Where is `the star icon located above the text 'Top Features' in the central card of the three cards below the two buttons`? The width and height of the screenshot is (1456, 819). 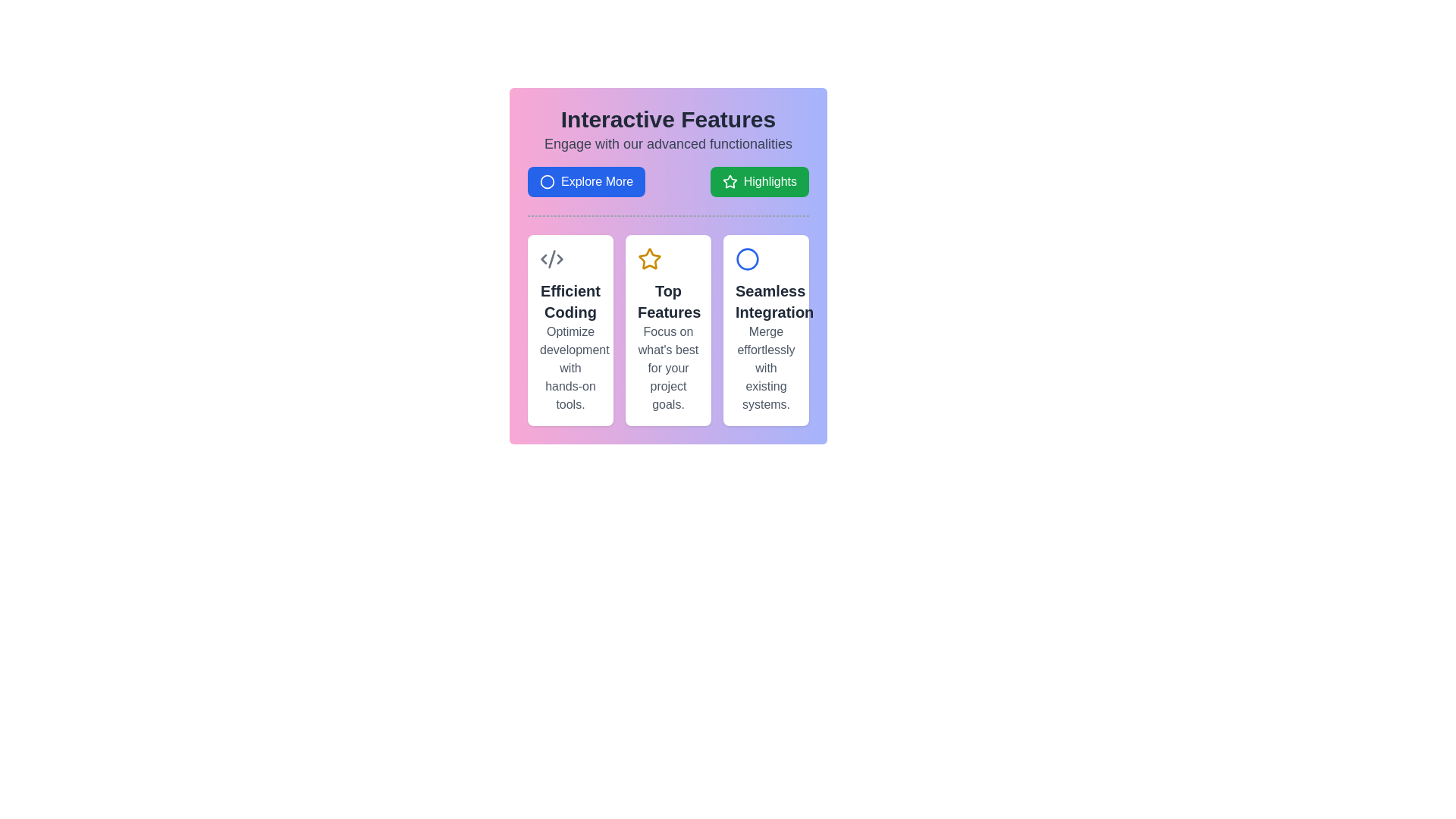
the star icon located above the text 'Top Features' in the central card of the three cards below the two buttons is located at coordinates (730, 180).